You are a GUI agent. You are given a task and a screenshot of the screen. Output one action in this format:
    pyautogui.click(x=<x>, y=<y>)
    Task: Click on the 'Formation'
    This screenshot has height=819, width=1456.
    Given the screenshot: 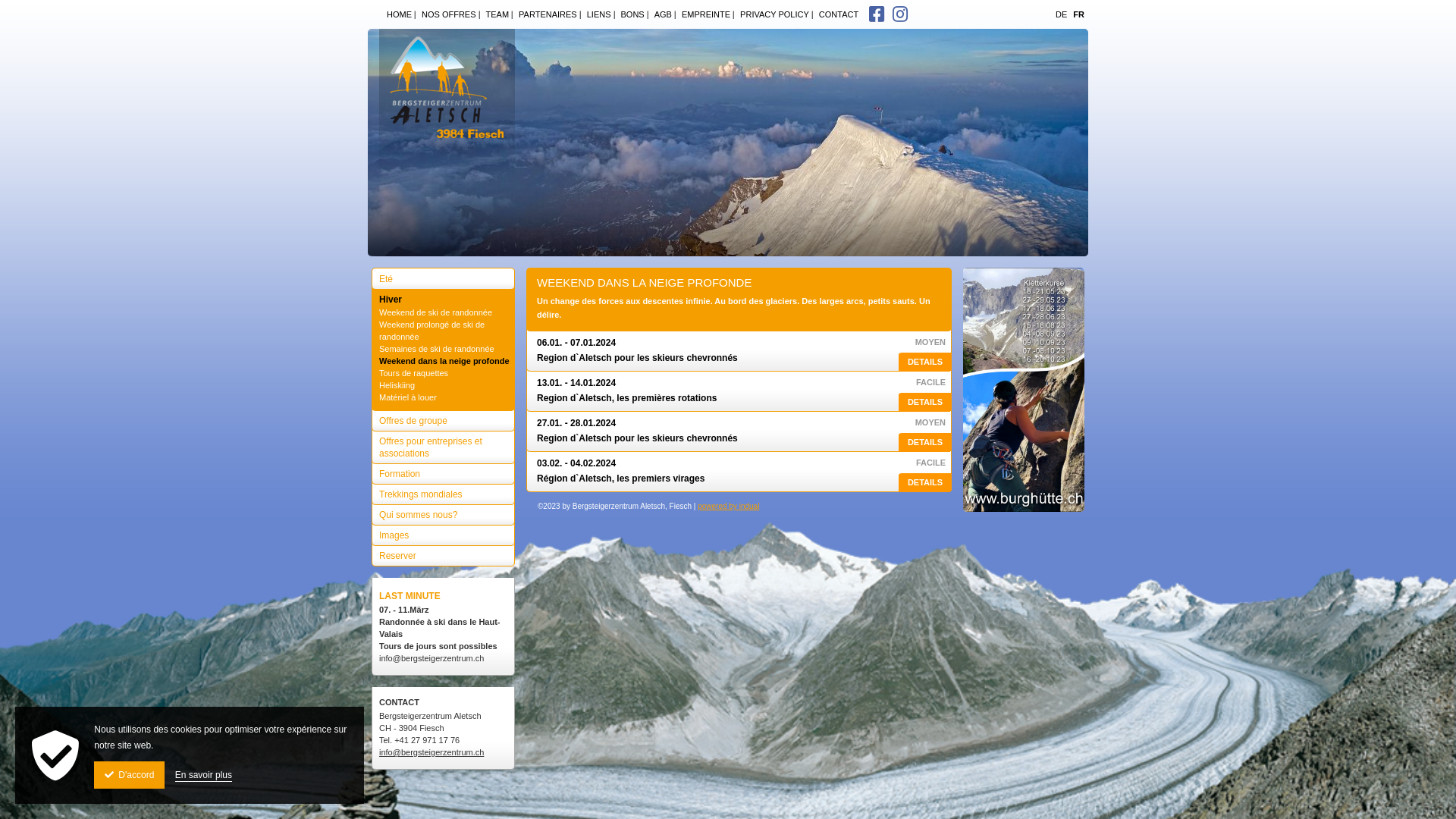 What is the action you would take?
    pyautogui.click(x=442, y=469)
    